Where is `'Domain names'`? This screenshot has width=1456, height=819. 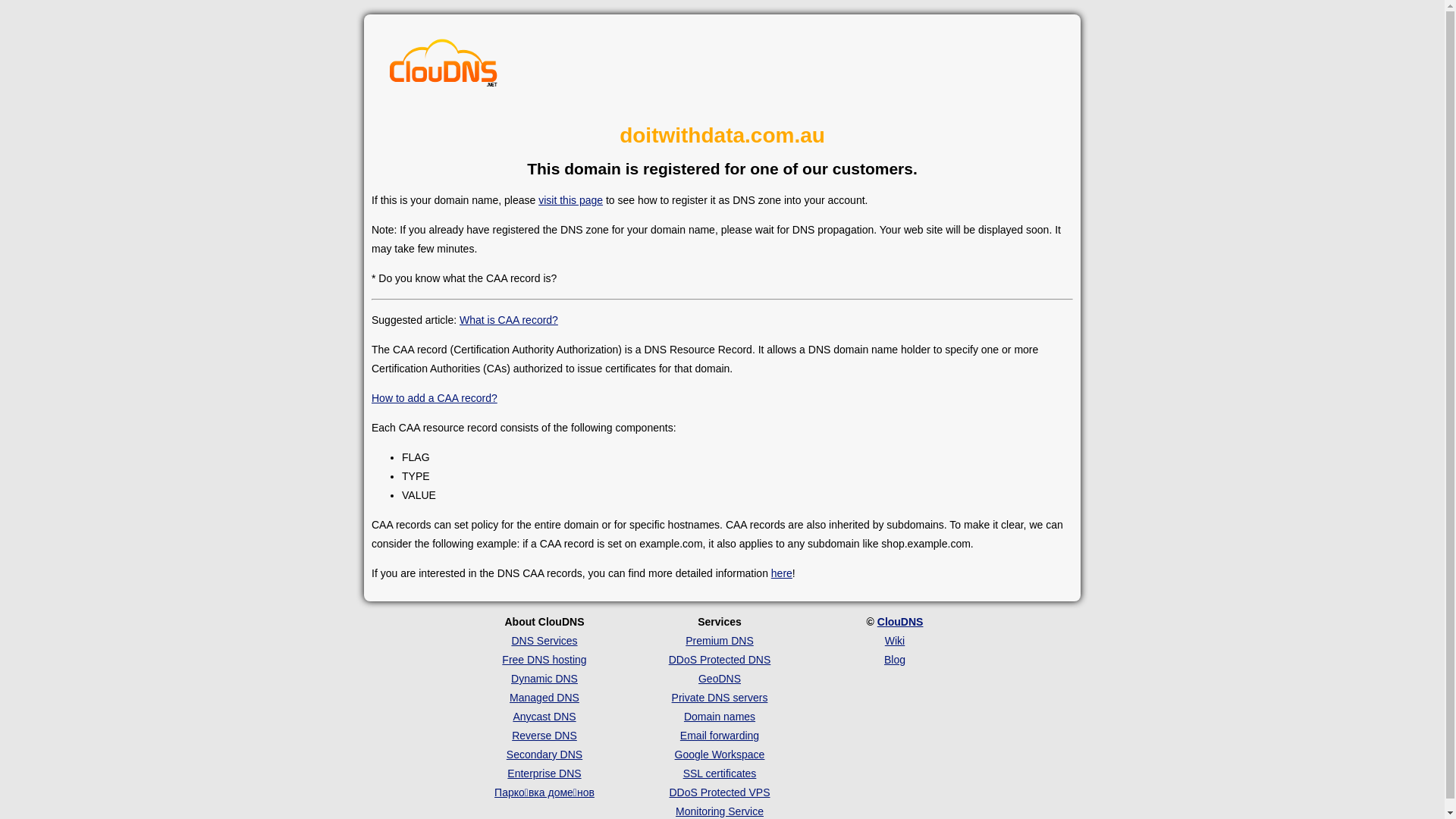
'Domain names' is located at coordinates (719, 717).